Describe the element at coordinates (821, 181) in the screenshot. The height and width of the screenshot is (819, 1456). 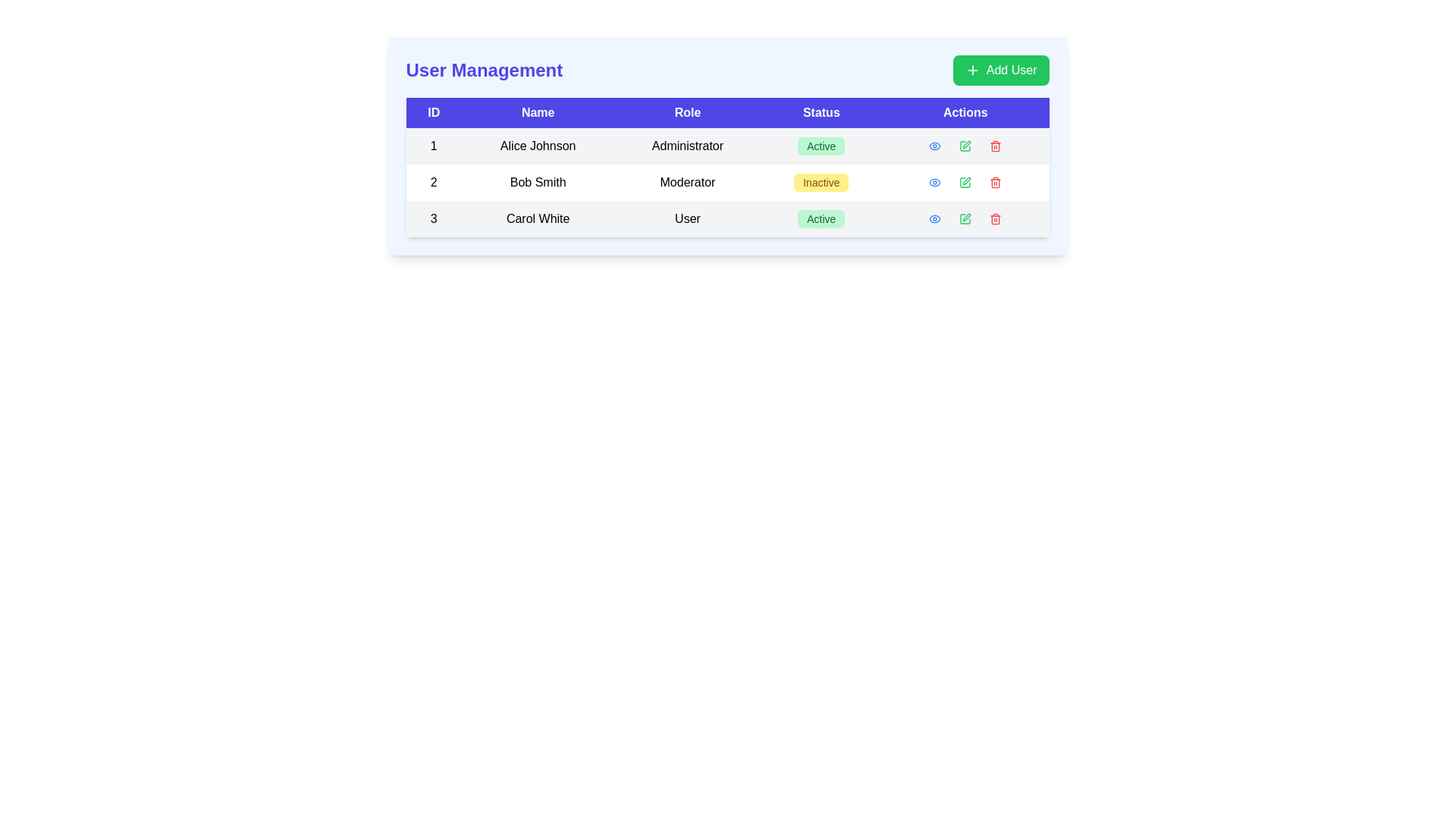
I see `the Status label with 'Inactive' text, which is a rectangular button with rounded corners and a yellow background located in the second row of a table under the 'Status' column` at that location.